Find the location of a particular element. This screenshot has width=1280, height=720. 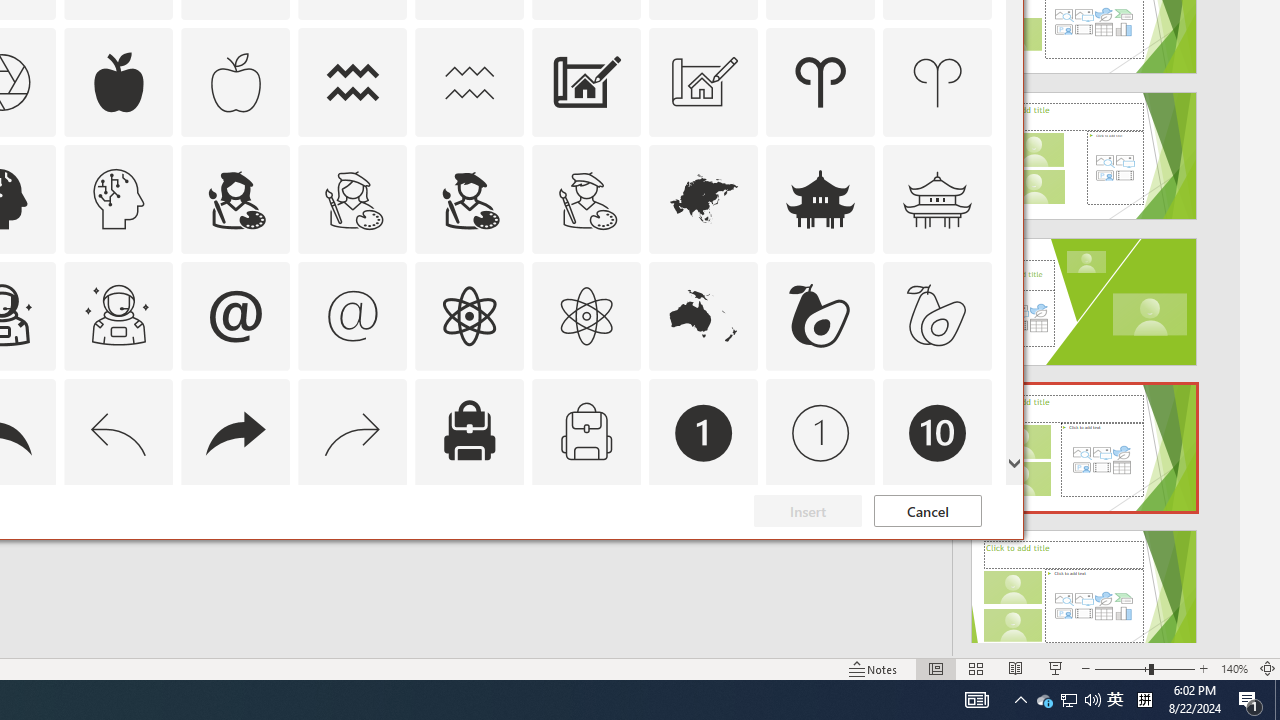

'AutomationID: Icons_Badge1_M' is located at coordinates (821, 431).